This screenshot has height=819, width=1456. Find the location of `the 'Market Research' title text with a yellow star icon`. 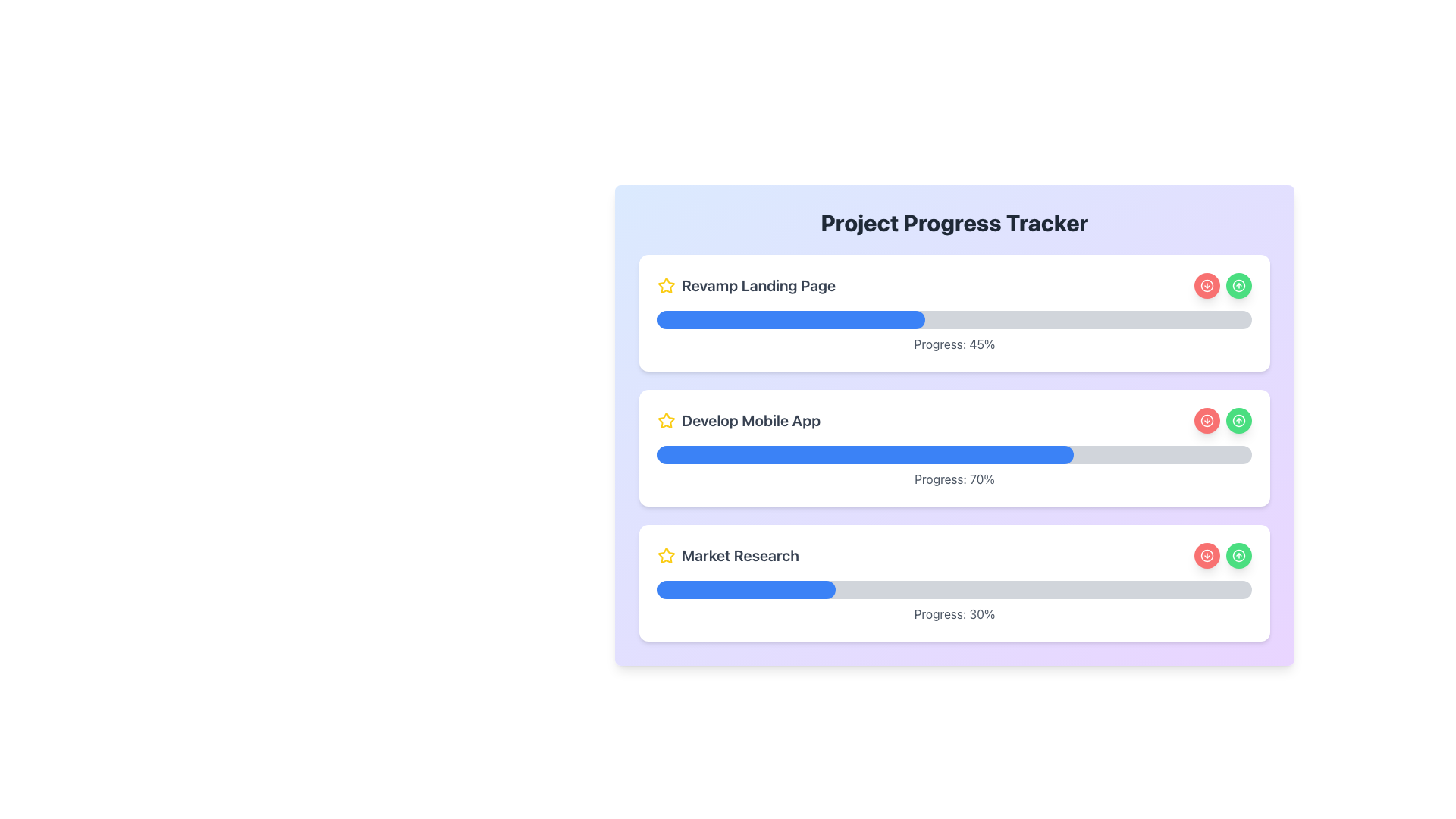

the 'Market Research' title text with a yellow star icon is located at coordinates (728, 555).